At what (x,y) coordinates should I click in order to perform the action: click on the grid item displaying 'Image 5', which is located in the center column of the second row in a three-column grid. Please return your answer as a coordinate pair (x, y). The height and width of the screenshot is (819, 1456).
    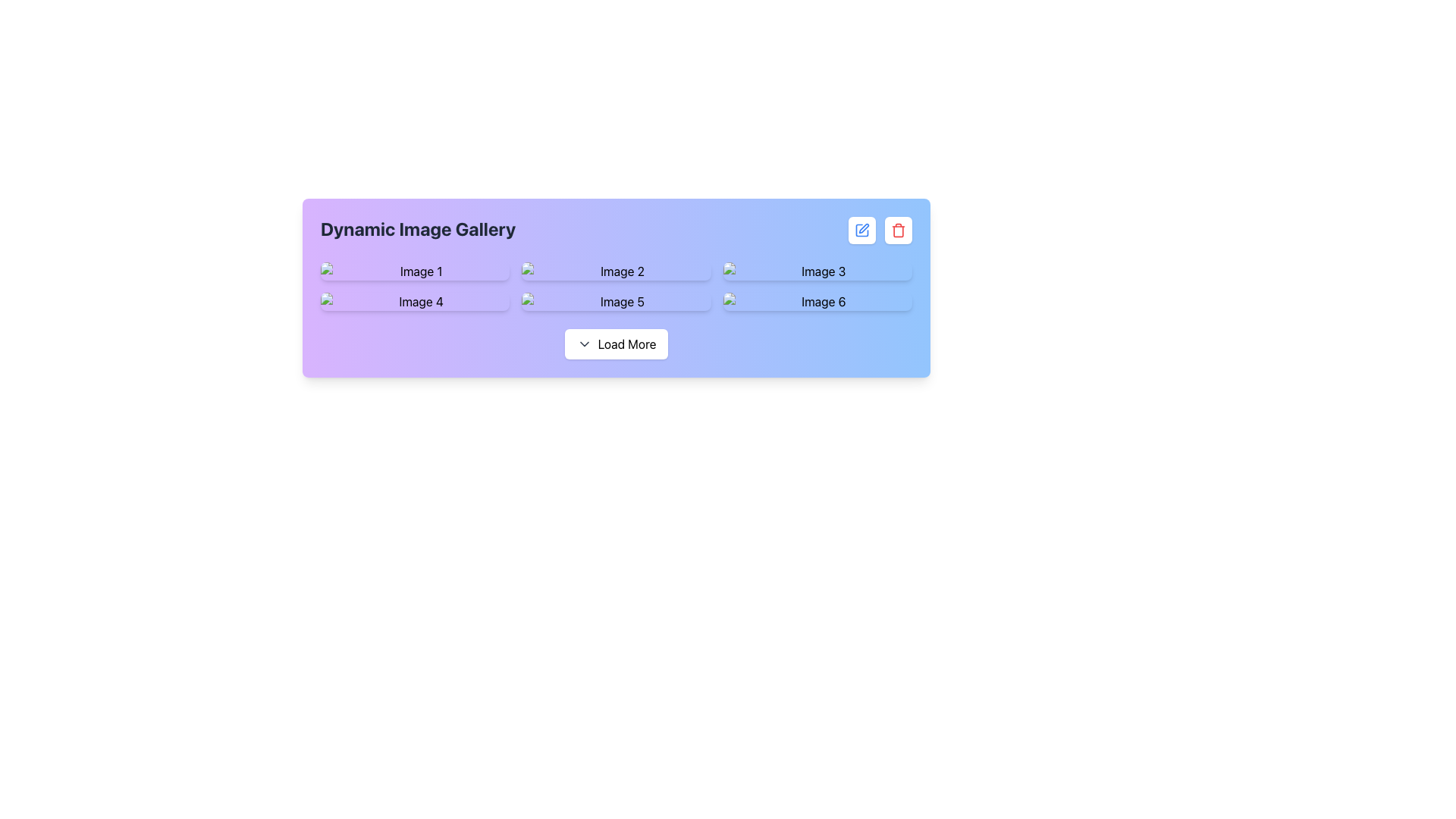
    Looking at the image, I should click on (616, 301).